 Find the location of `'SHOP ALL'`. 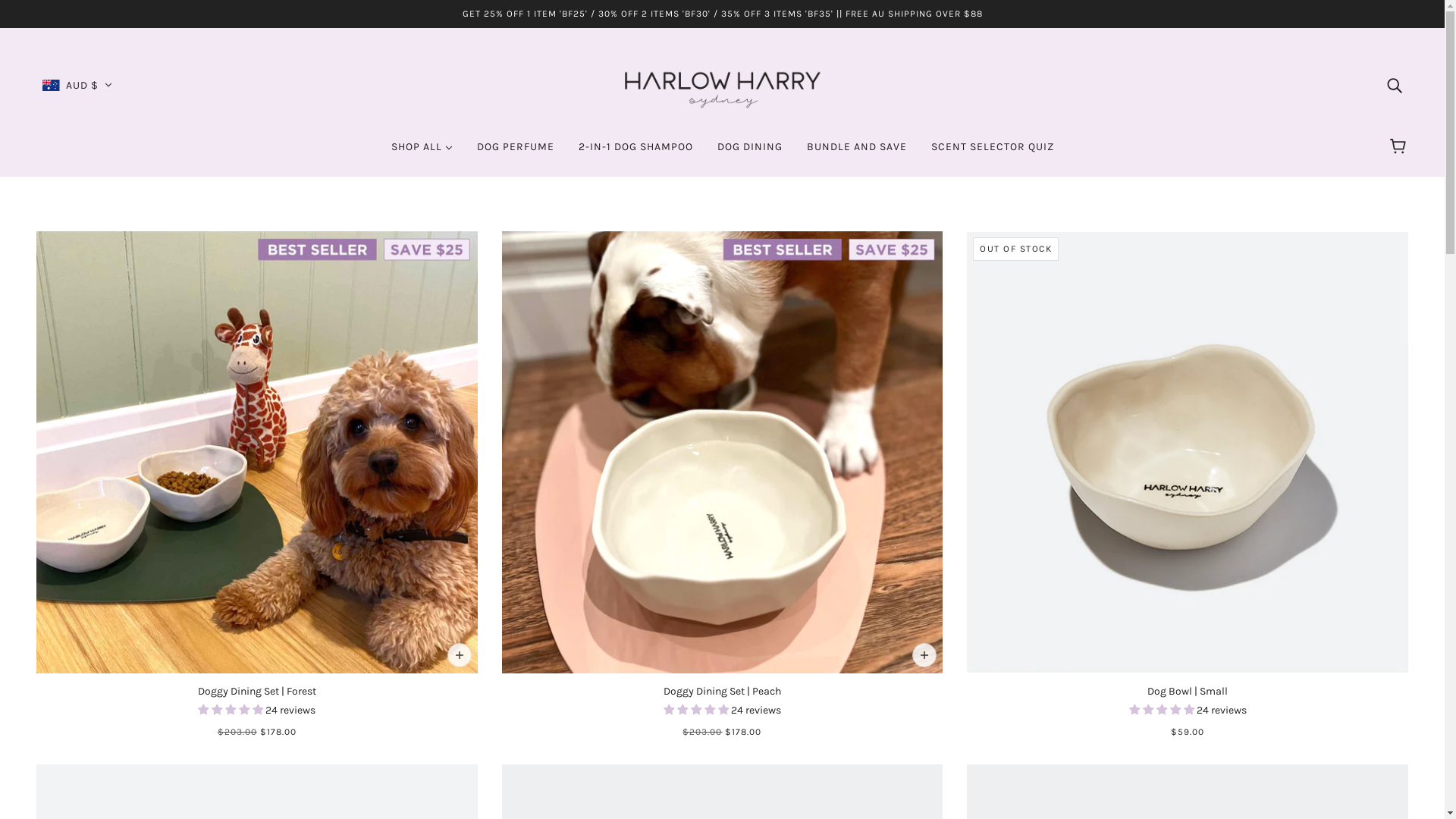

'SHOP ALL' is located at coordinates (422, 152).